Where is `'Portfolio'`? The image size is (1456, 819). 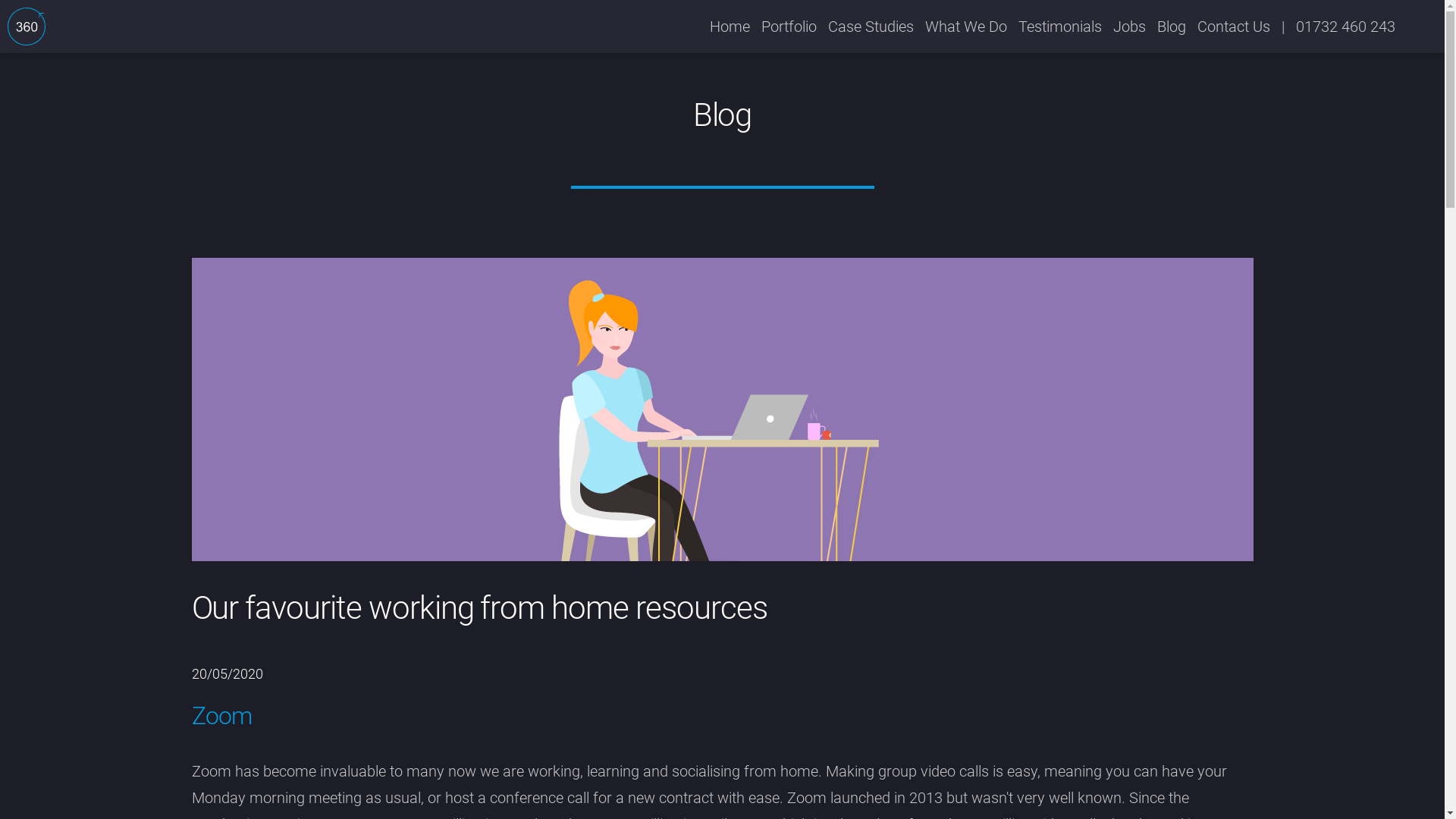 'Portfolio' is located at coordinates (789, 27).